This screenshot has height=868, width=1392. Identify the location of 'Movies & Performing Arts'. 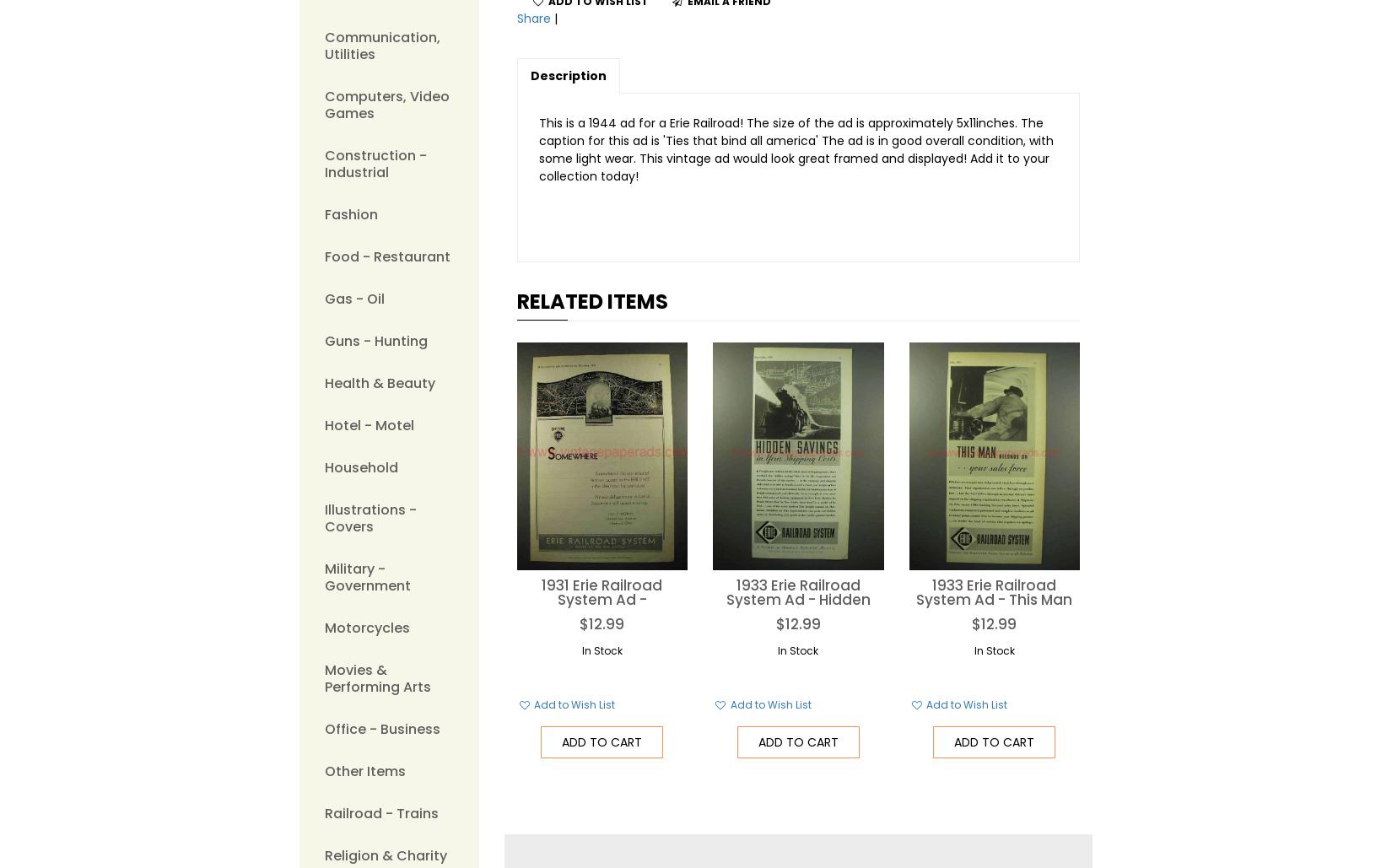
(376, 678).